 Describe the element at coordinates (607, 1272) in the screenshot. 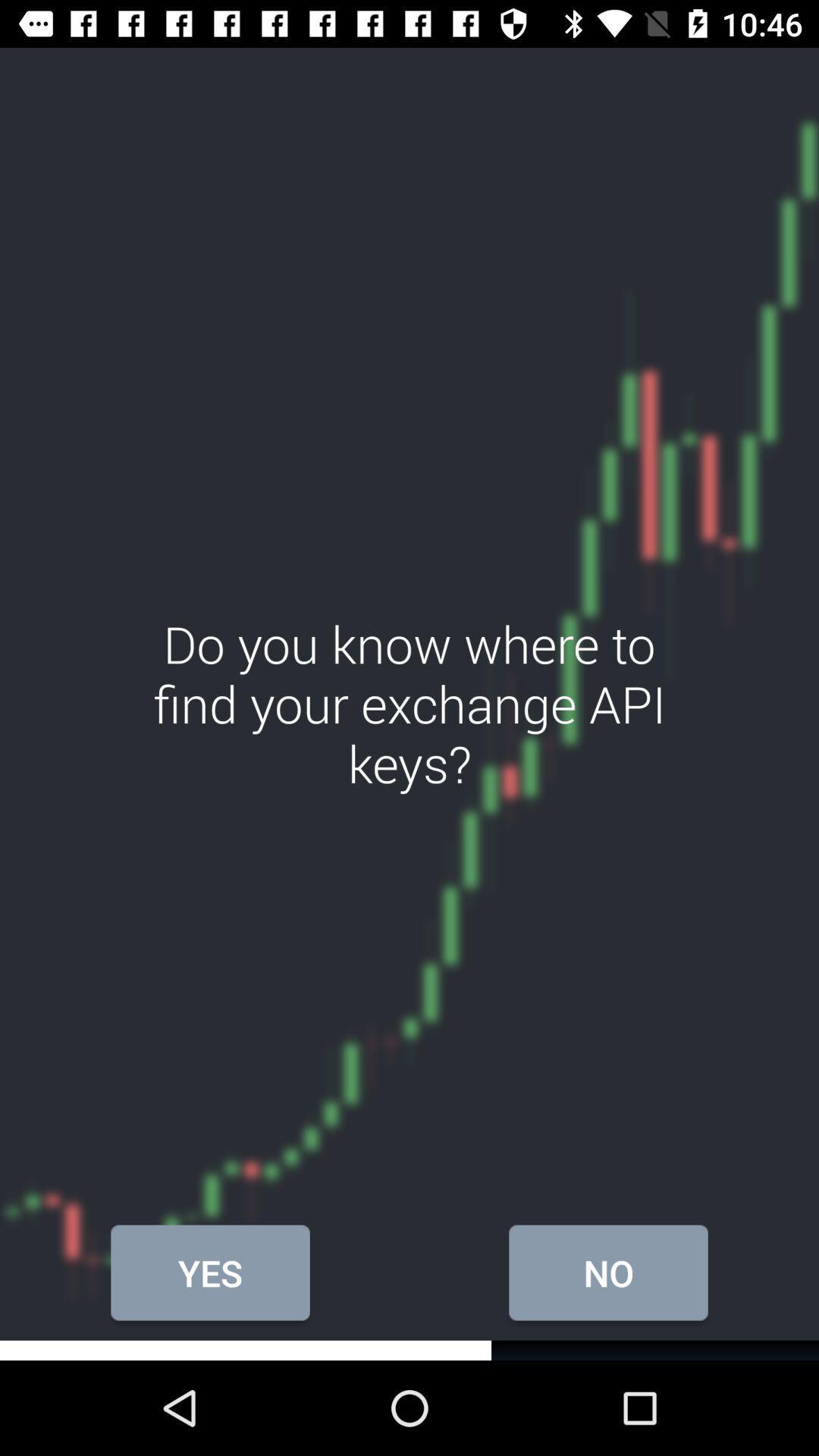

I see `the item at the bottom right corner` at that location.